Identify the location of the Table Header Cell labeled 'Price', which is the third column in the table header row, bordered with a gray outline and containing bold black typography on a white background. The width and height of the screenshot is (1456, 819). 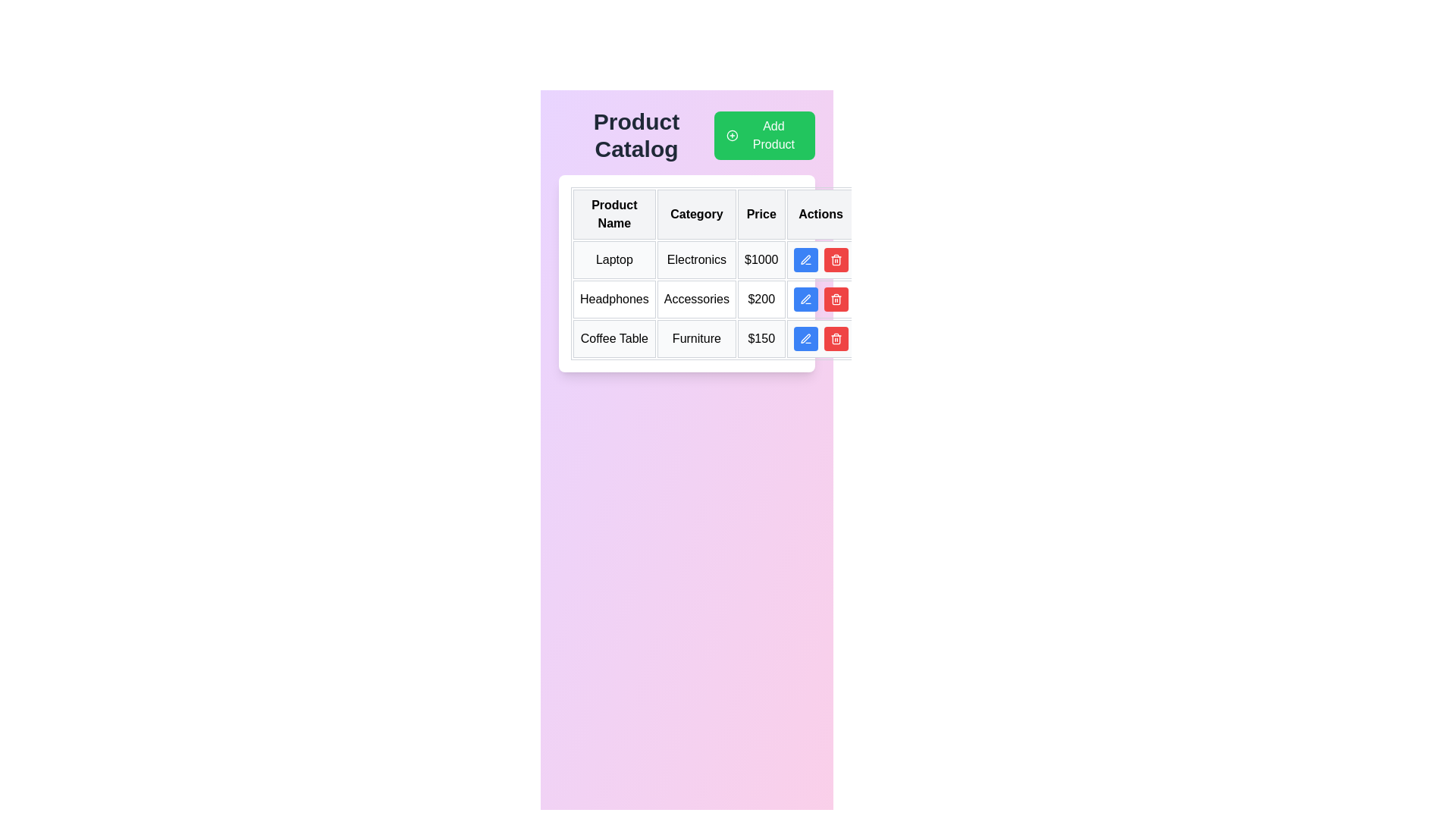
(761, 214).